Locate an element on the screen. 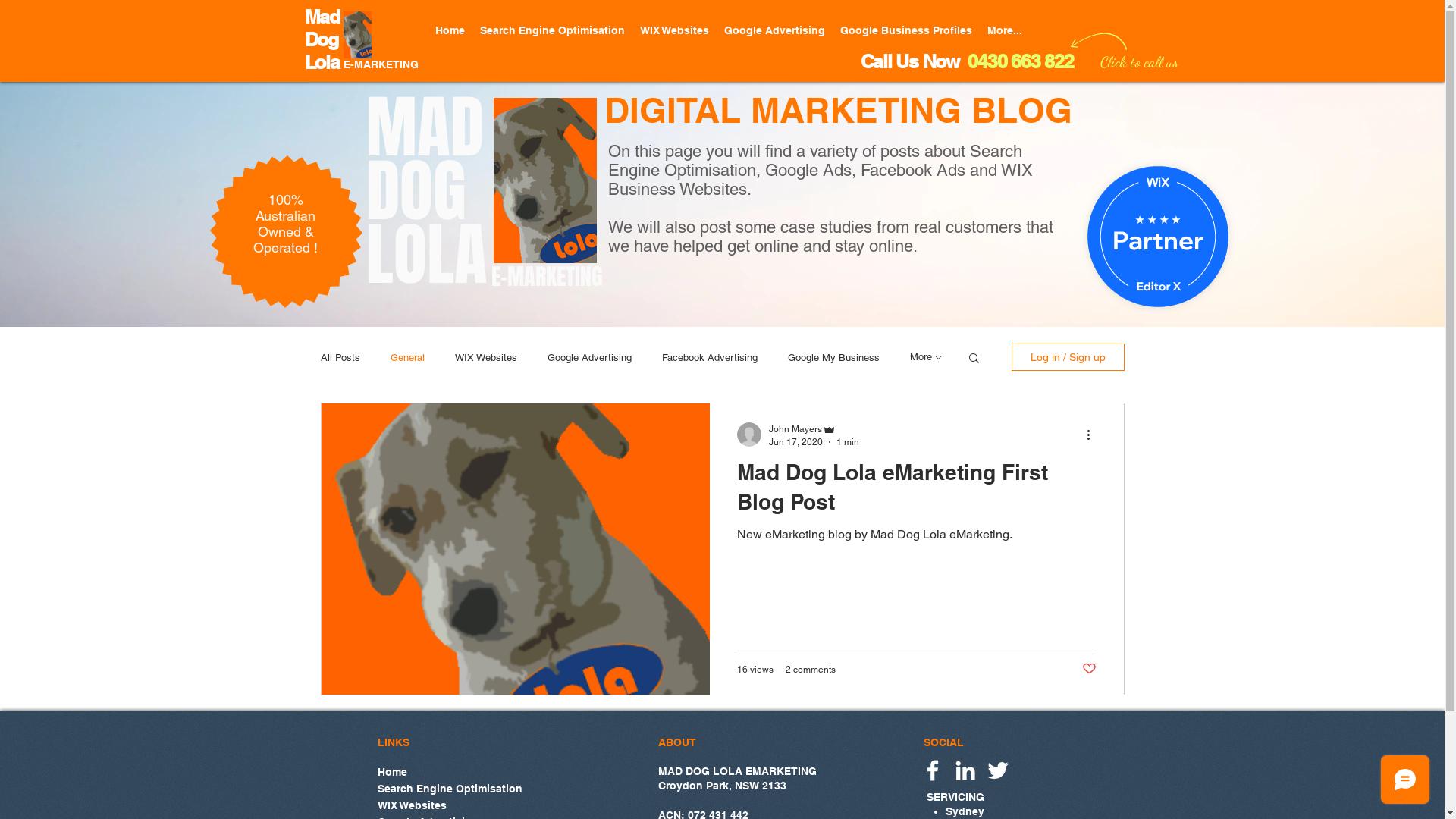 Image resolution: width=1456 pixels, height=819 pixels. 'Log in / Sign up' is located at coordinates (1067, 356).